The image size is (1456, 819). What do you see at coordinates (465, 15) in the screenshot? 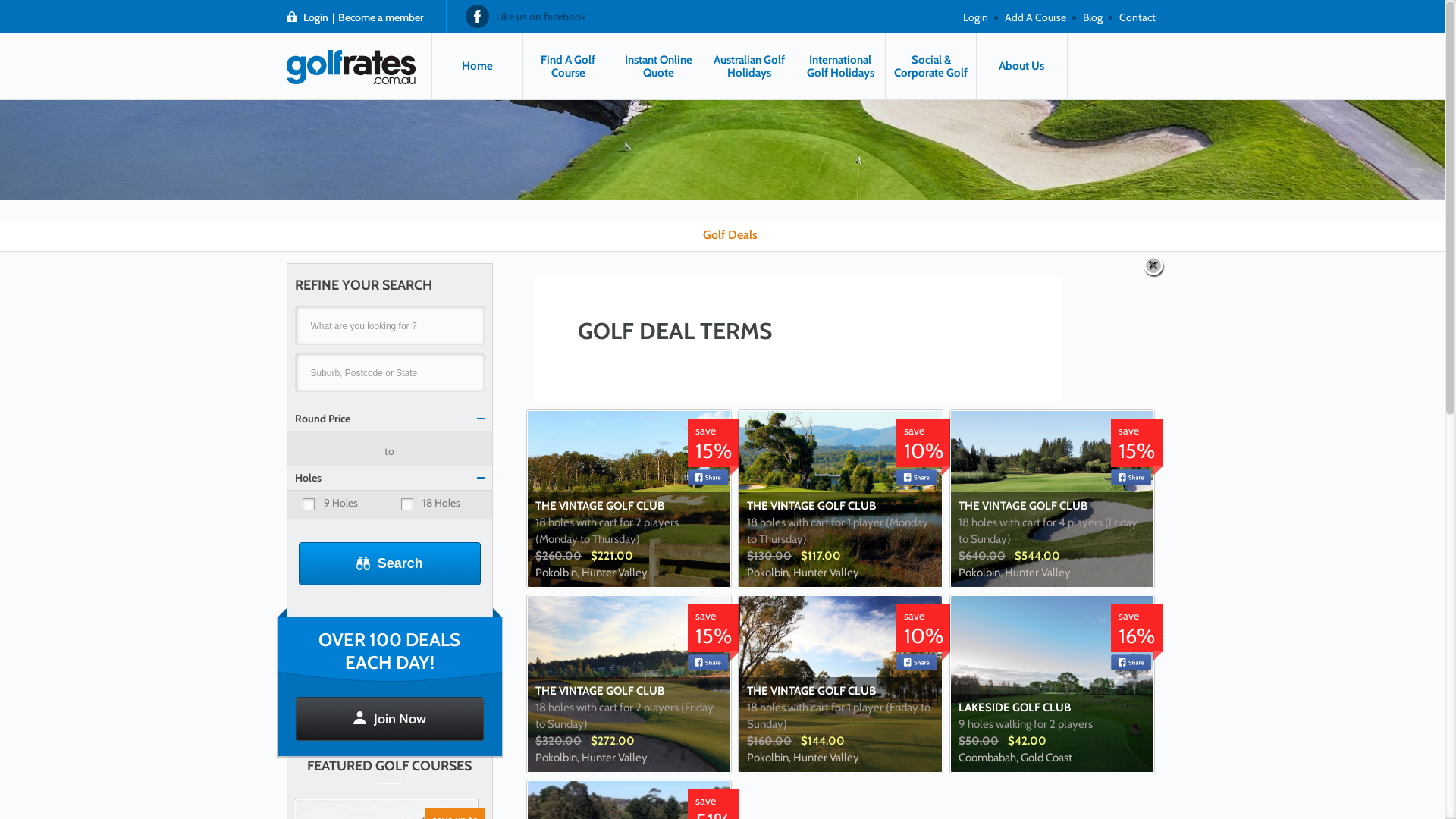
I see `'Like us on facebook'` at bounding box center [465, 15].